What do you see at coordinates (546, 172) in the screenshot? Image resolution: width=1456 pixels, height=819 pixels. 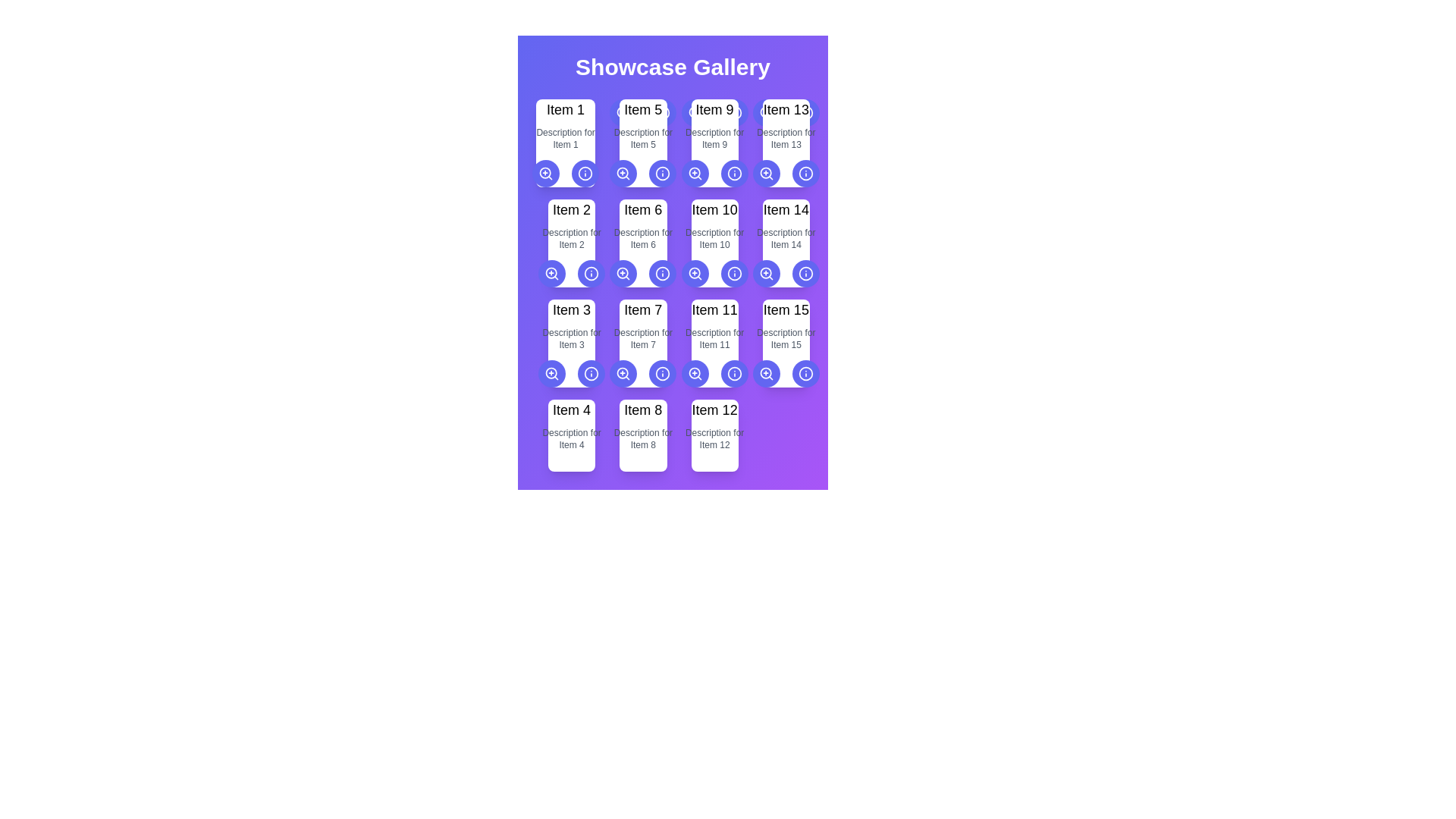 I see `the circular button with a magnifying glass icon, styled in white against a purple background, located below 'Item 1' in a grid layout for accessibility` at bounding box center [546, 172].